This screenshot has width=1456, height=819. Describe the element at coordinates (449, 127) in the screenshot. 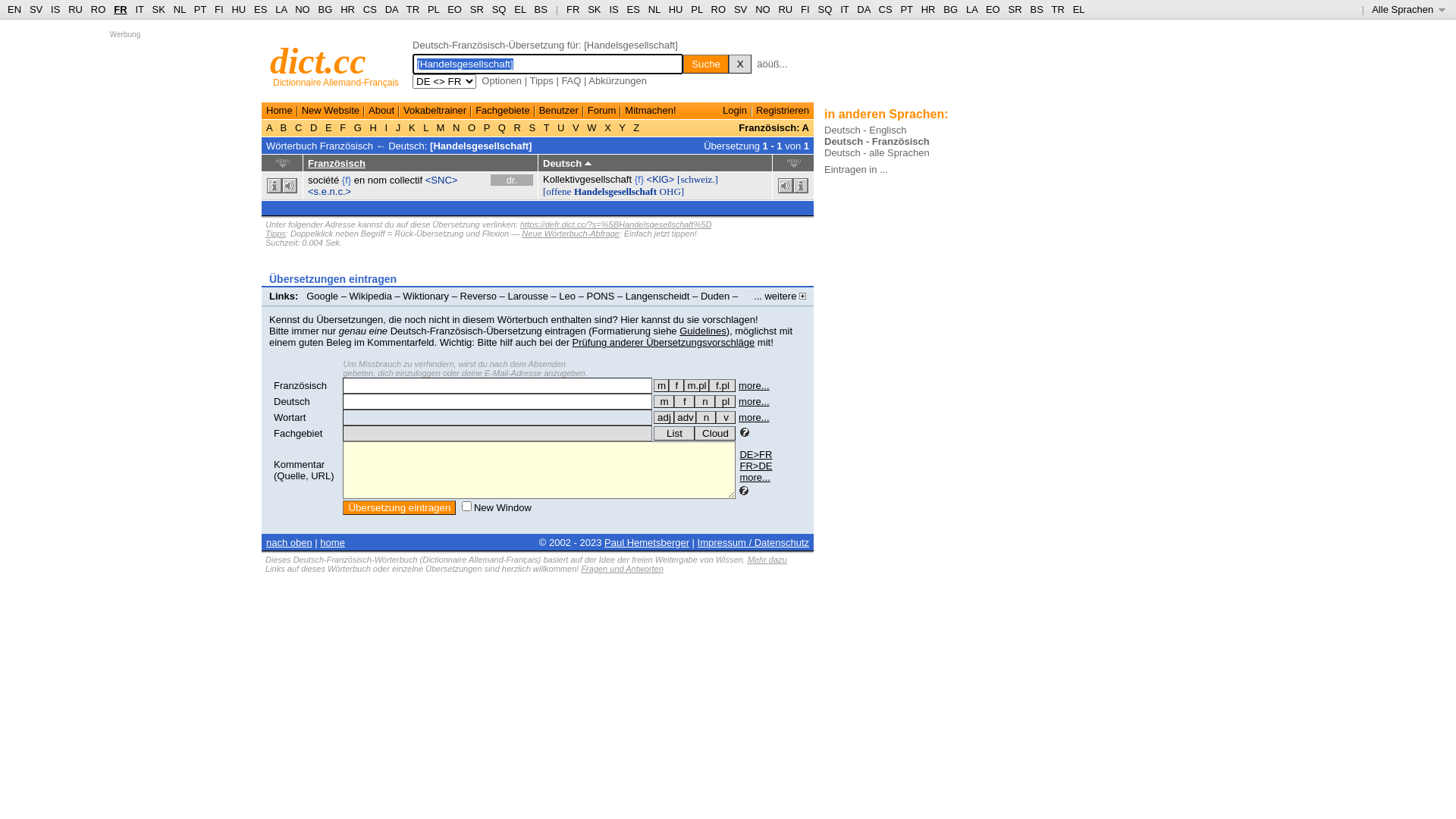

I see `'N'` at that location.